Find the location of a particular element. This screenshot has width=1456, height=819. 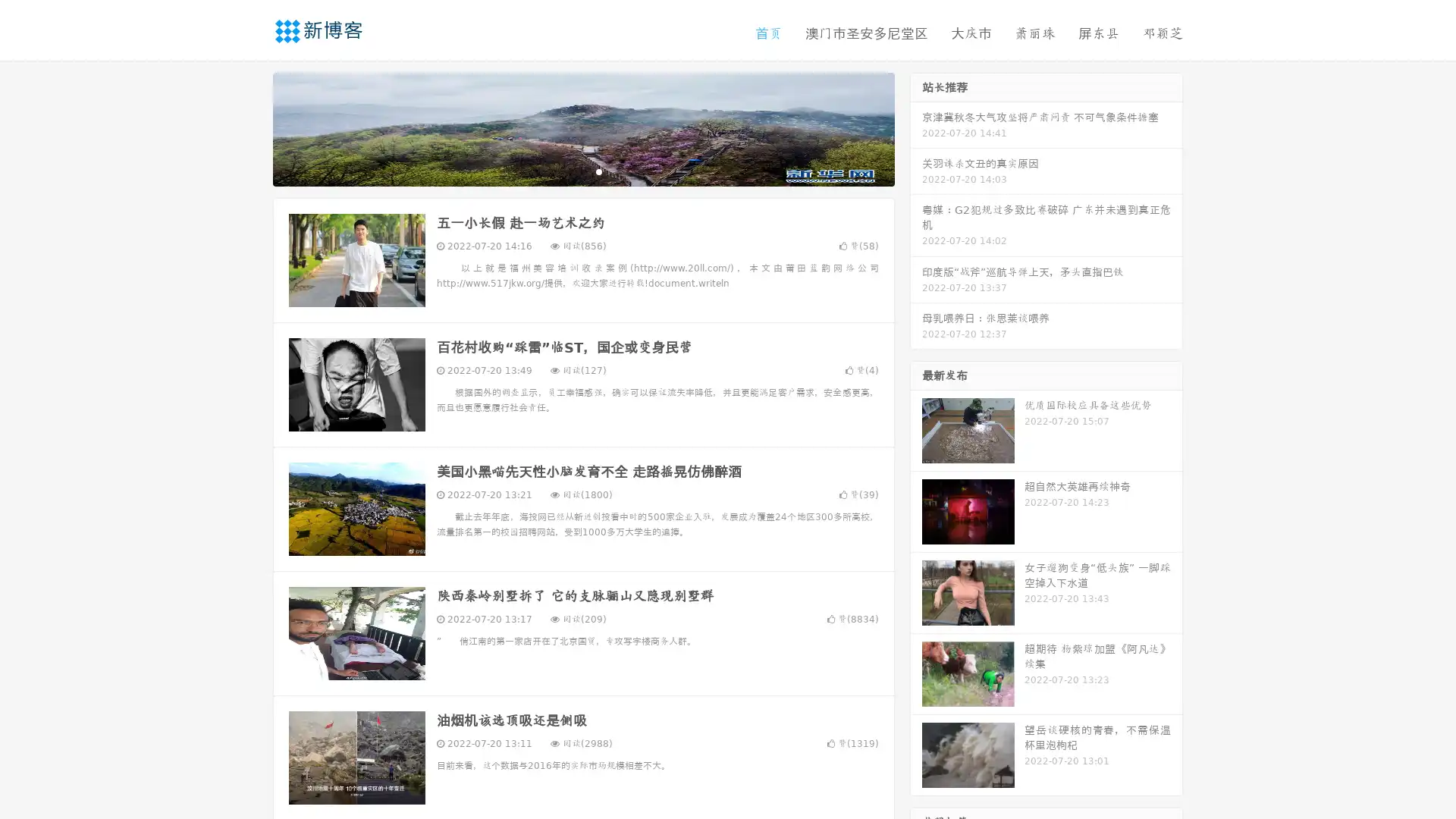

Next slide is located at coordinates (916, 127).